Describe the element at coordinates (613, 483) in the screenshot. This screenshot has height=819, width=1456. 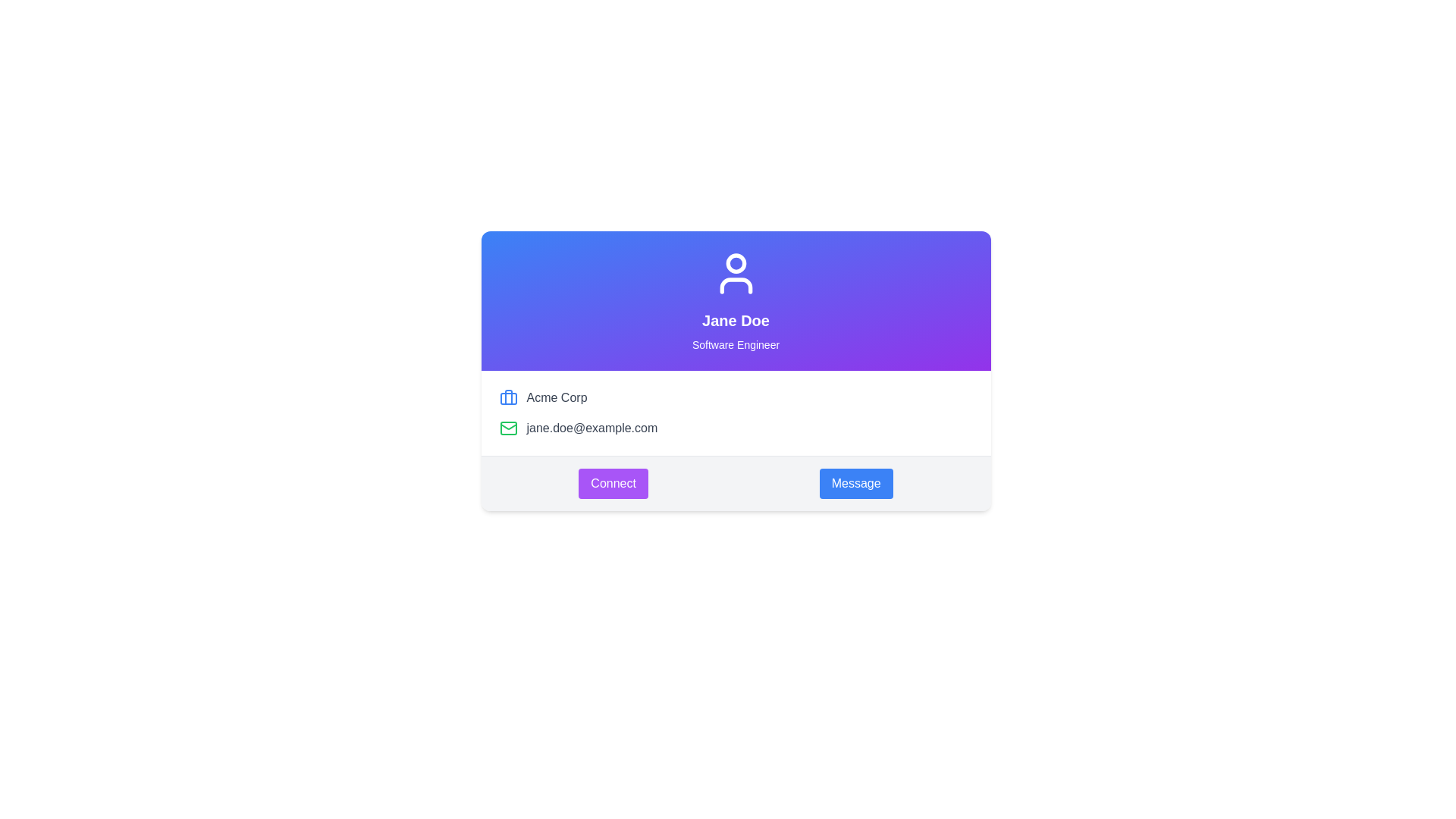
I see `the 'Connect' button located at the bottom left corner of a section with a gray background by` at that location.